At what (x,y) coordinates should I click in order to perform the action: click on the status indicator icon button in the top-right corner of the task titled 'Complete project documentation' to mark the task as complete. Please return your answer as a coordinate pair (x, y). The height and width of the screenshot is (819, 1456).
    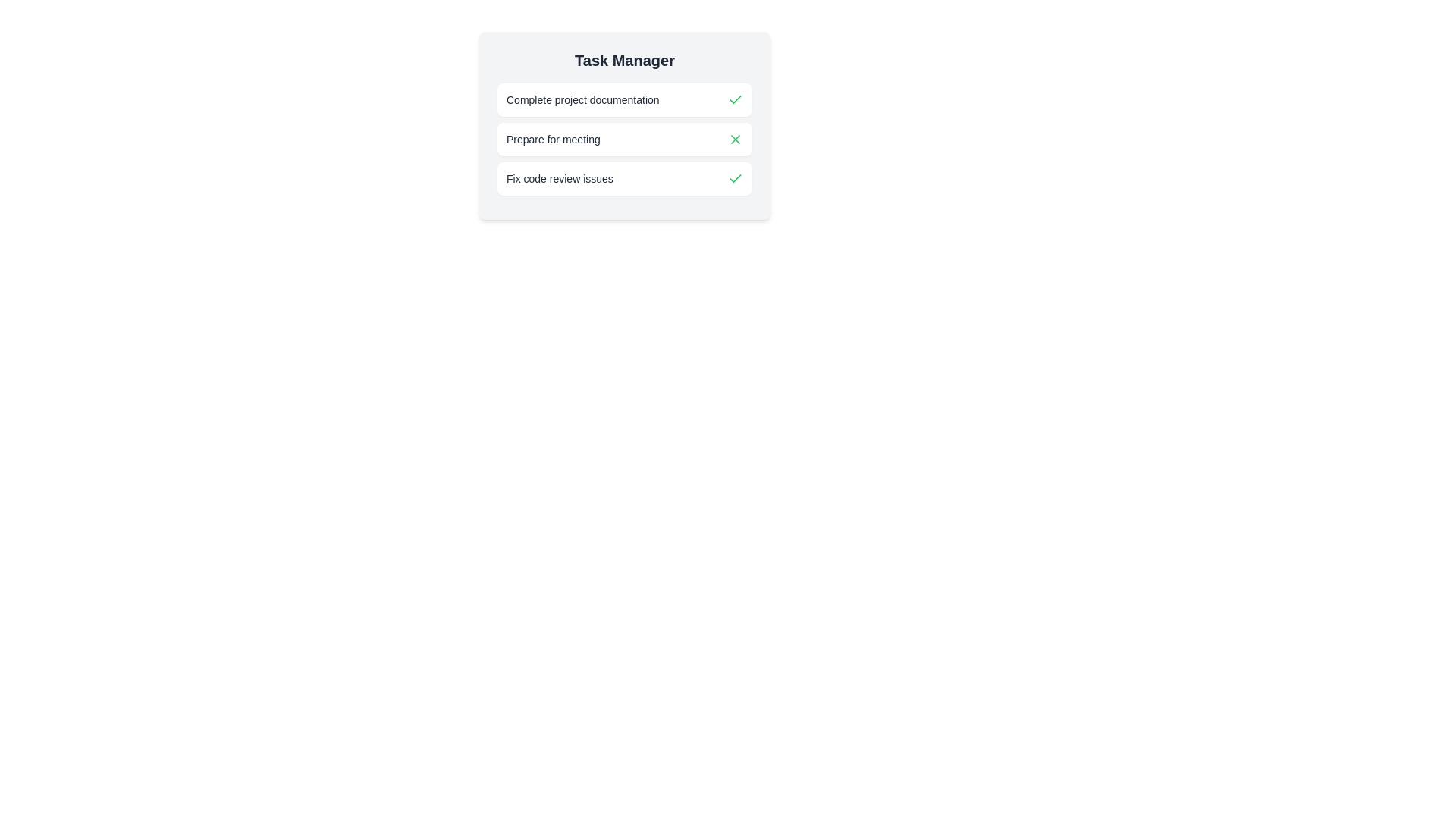
    Looking at the image, I should click on (735, 99).